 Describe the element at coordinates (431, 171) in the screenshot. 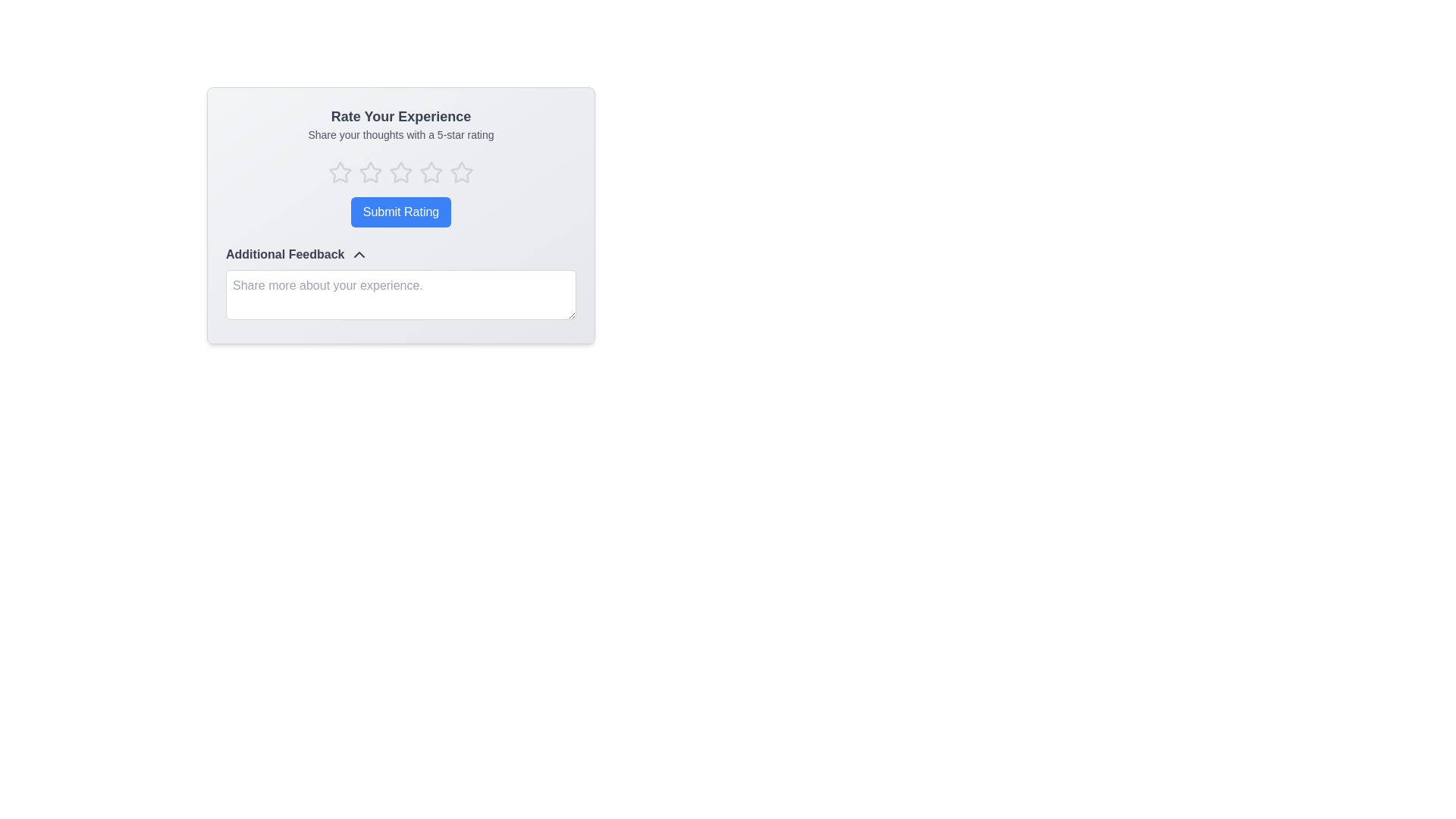

I see `the third star icon in the rating interface` at that location.